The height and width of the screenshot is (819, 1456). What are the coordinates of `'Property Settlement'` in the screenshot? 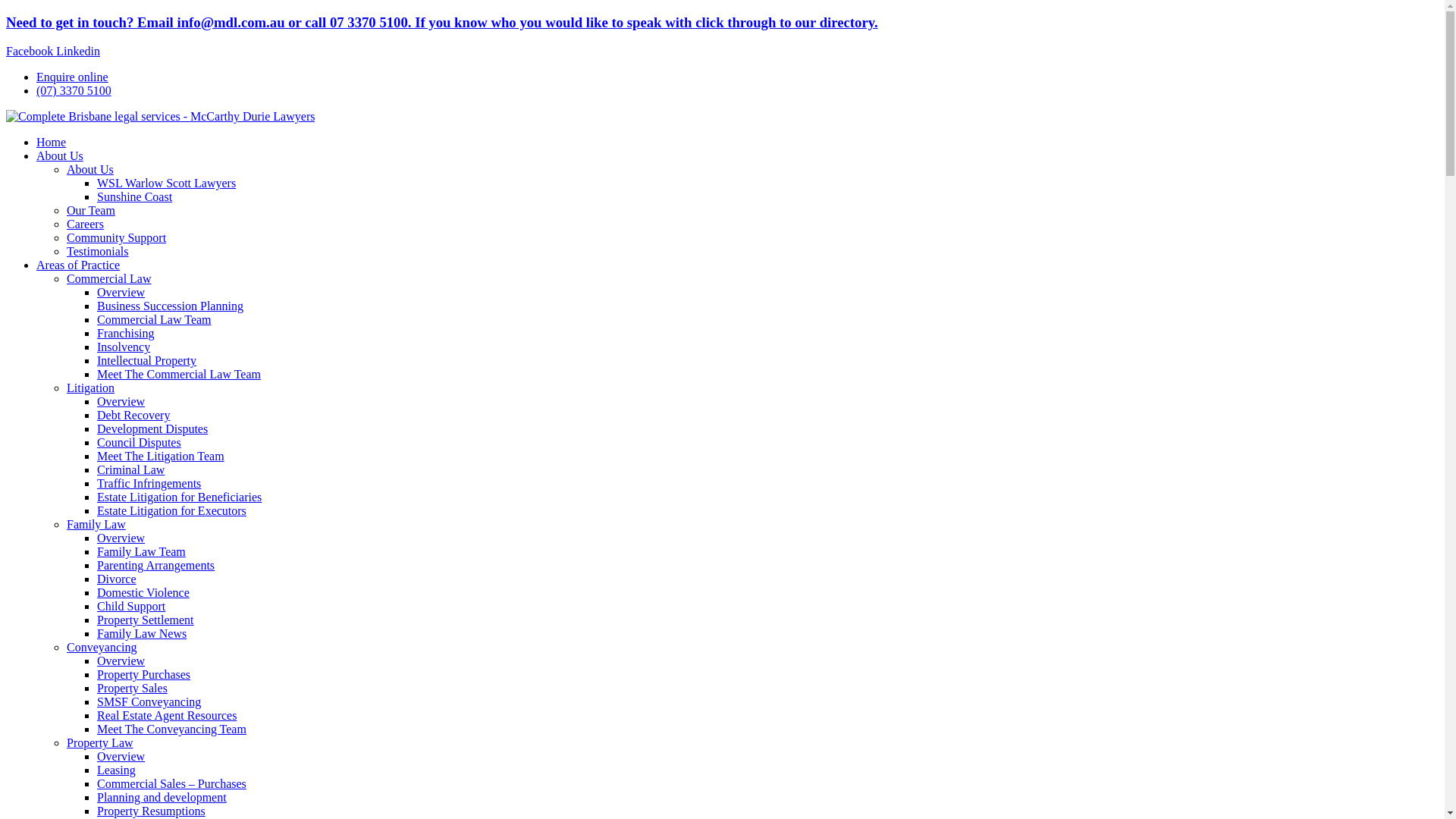 It's located at (96, 620).